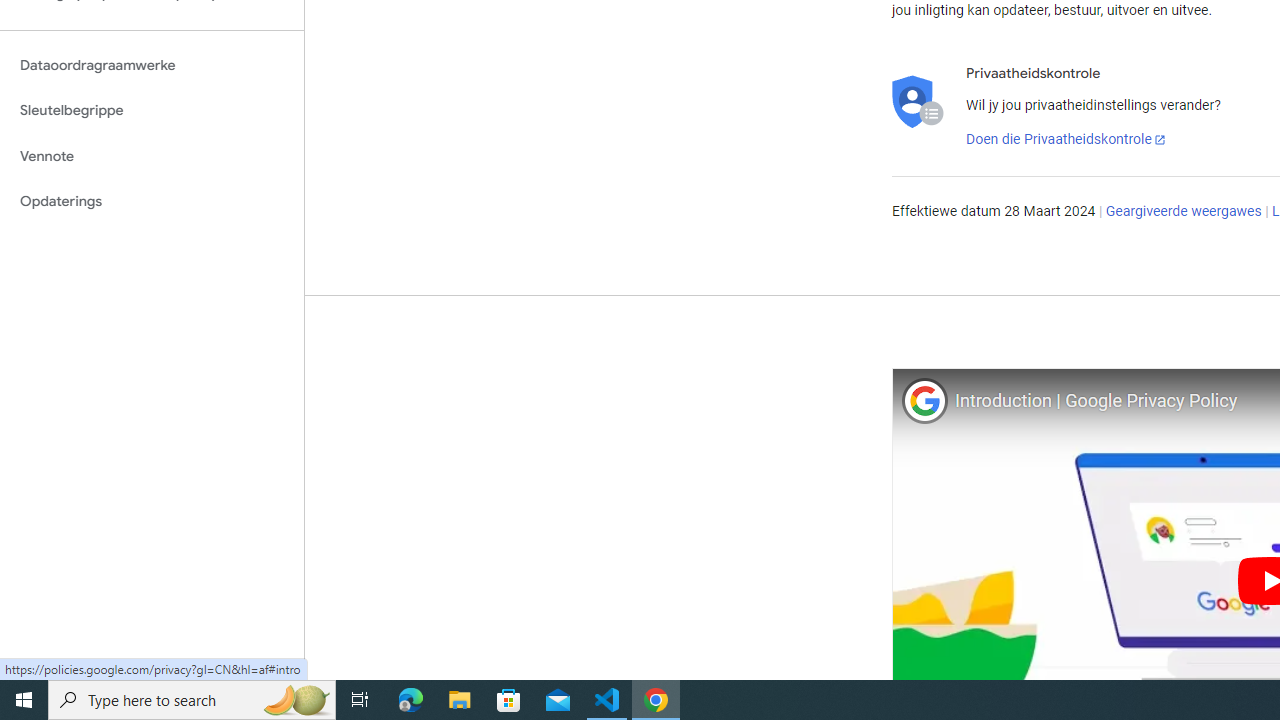 The width and height of the screenshot is (1280, 720). I want to click on 'Dataoordragraamwerke', so click(151, 64).